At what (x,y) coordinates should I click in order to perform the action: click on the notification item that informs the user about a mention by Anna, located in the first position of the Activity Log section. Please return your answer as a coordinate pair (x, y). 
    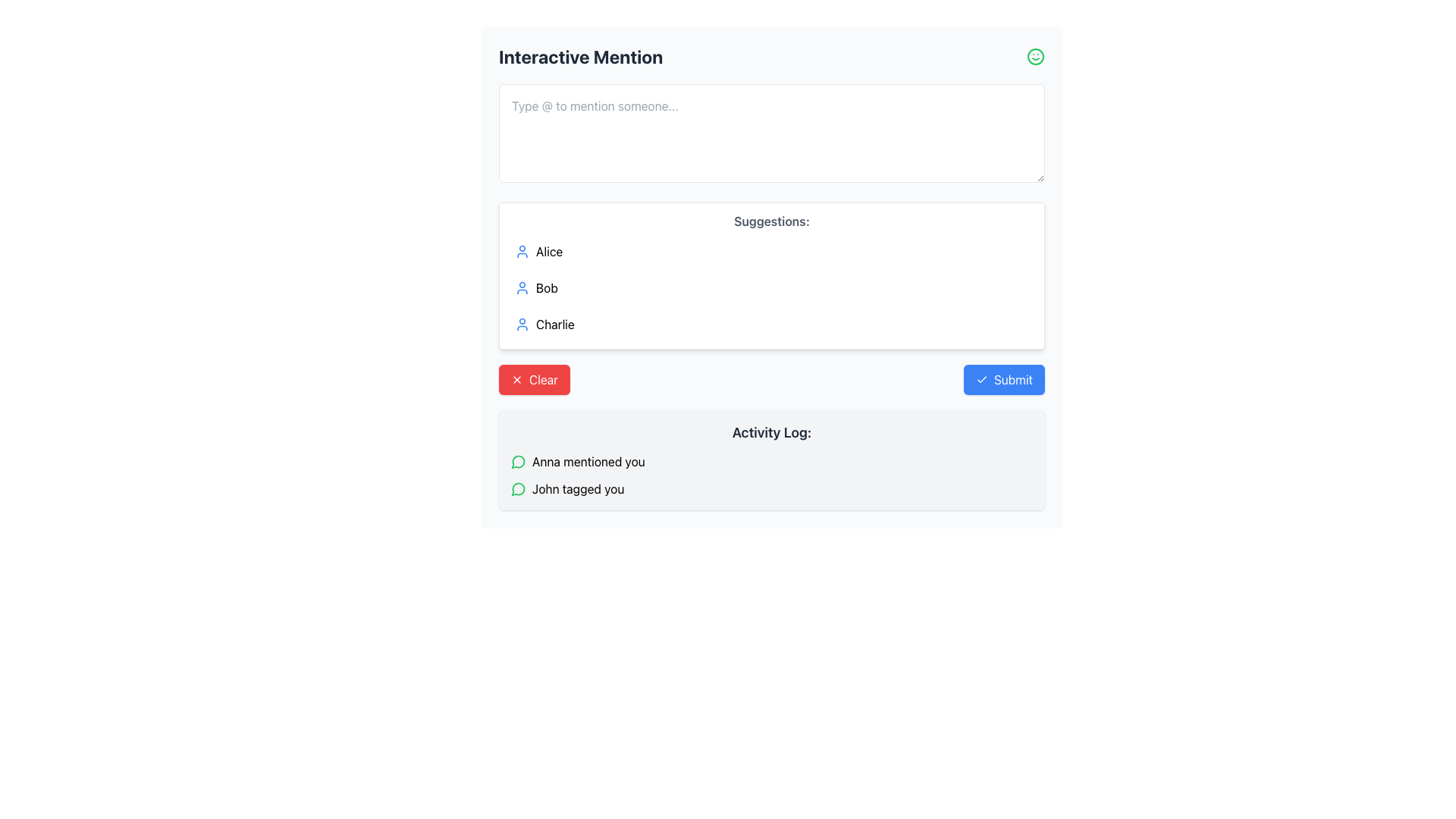
    Looking at the image, I should click on (771, 461).